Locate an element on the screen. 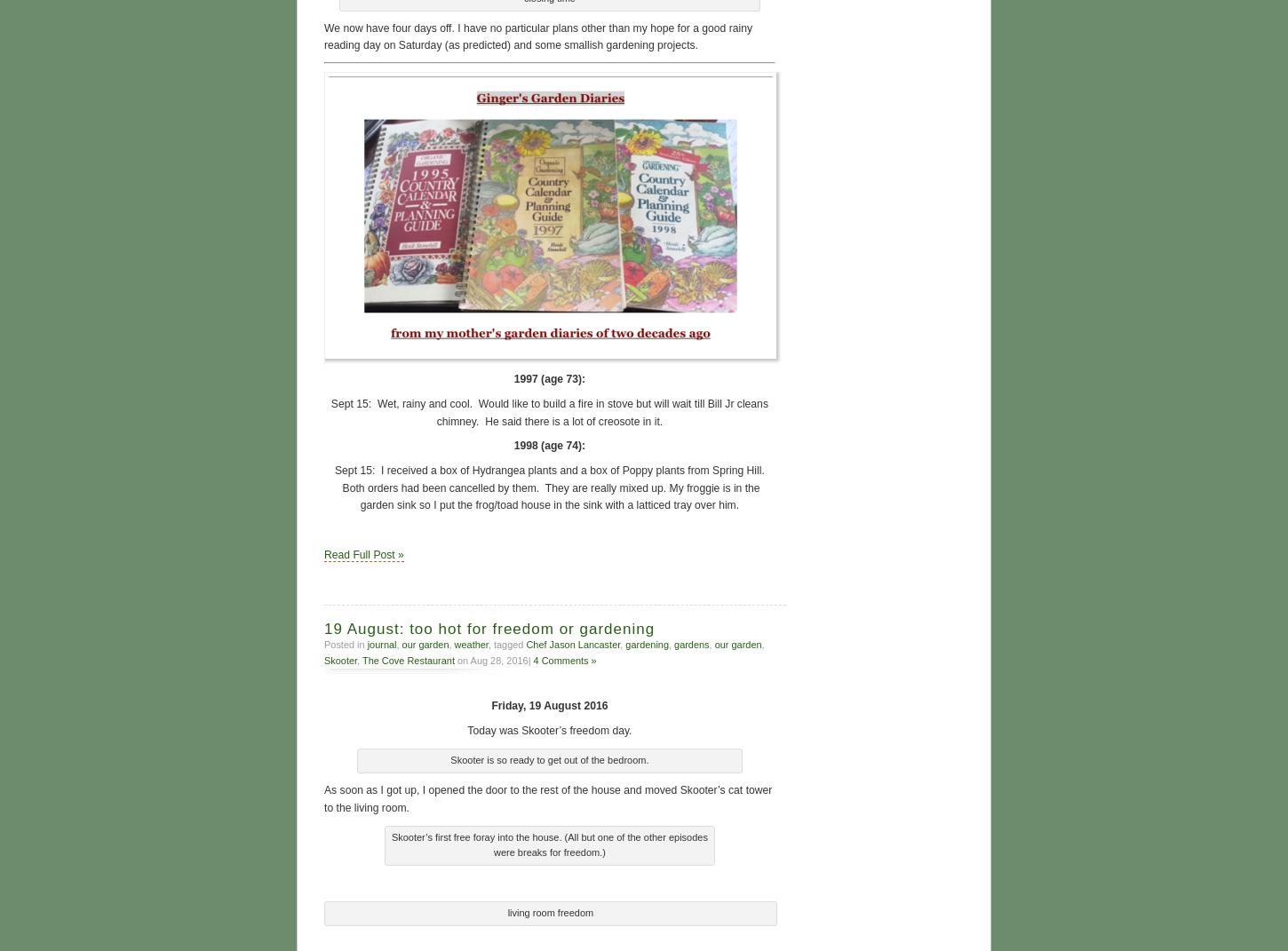 This screenshot has height=951, width=1288. 'Skooter' is located at coordinates (322, 658).